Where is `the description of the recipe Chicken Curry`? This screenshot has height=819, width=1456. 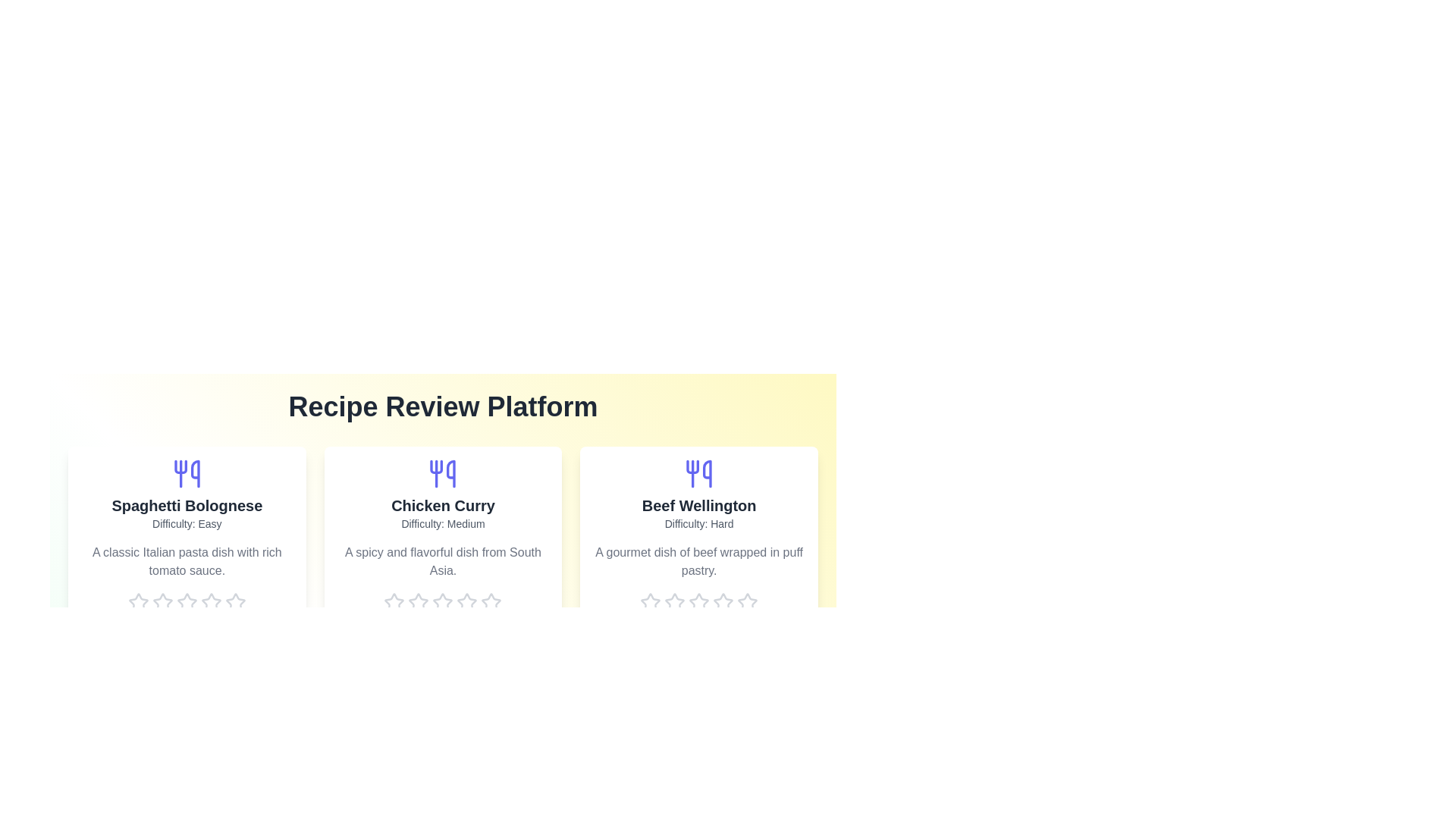 the description of the recipe Chicken Curry is located at coordinates (442, 561).